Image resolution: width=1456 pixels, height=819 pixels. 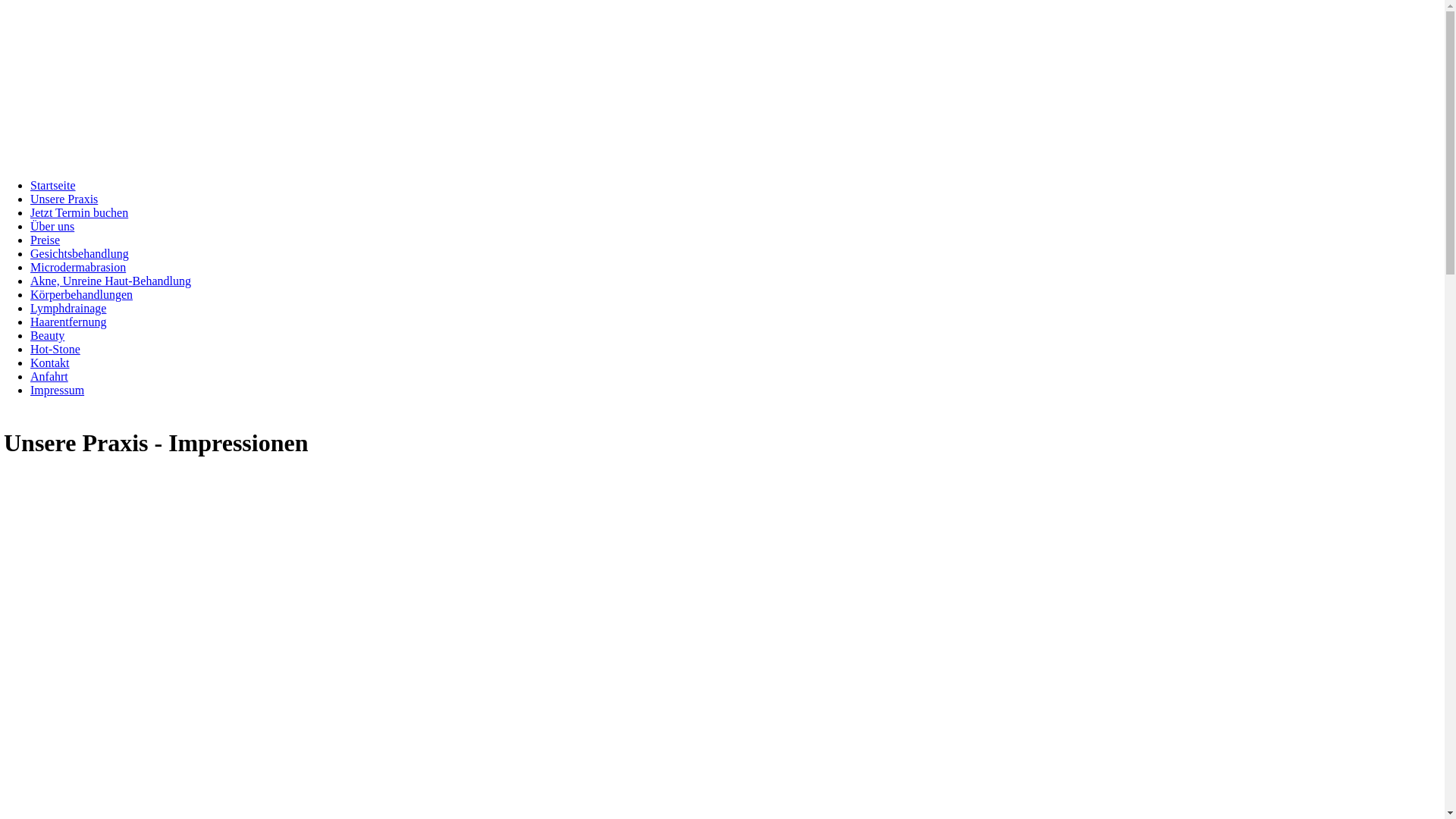 I want to click on 'Lymphdrainage', so click(x=67, y=307).